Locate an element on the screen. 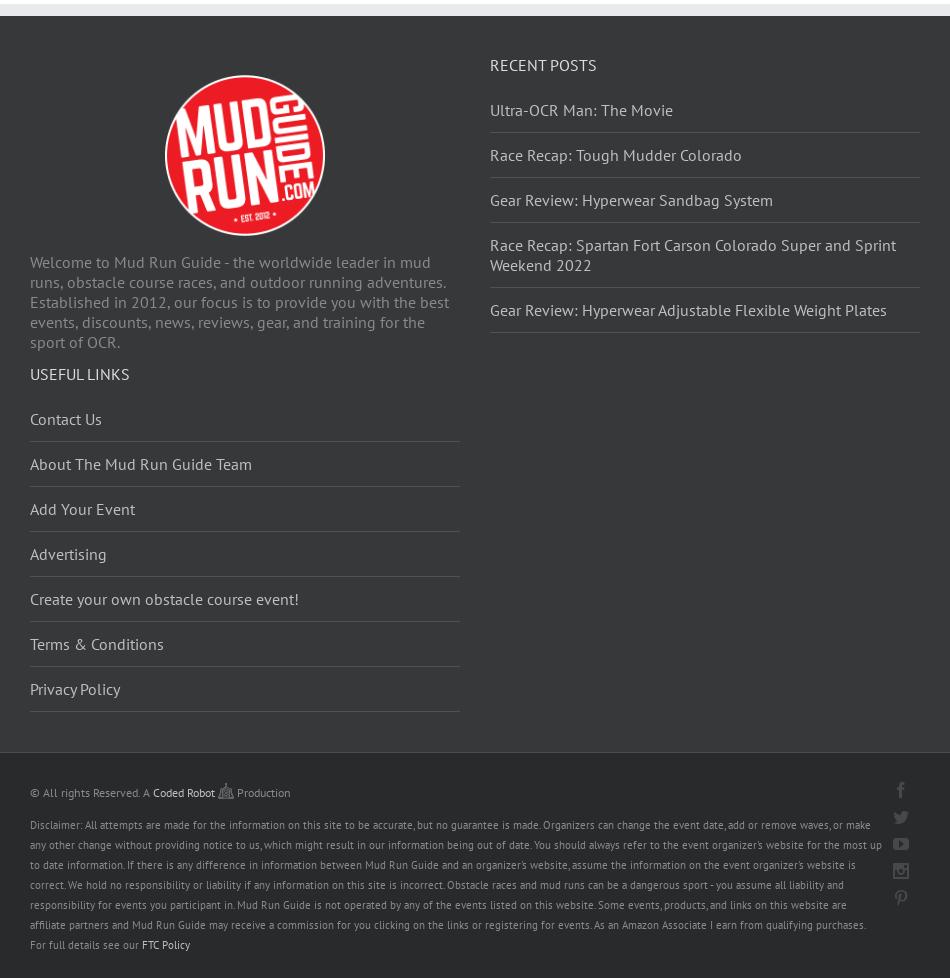 This screenshot has height=978, width=950. 'Recent Posts' is located at coordinates (543, 63).